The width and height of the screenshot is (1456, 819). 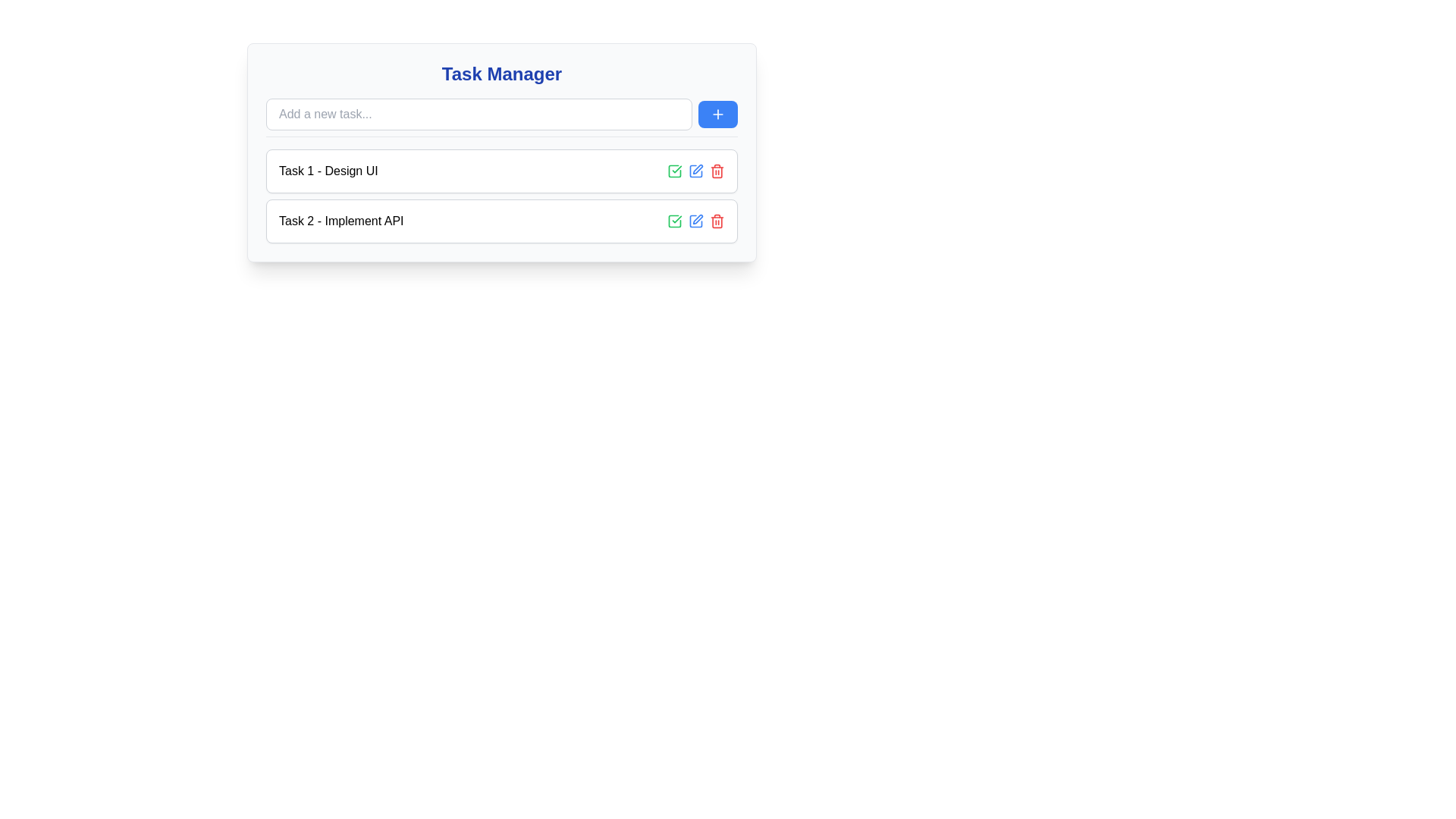 I want to click on the red outlined trash icon button on the right side of the task manager interface, so click(x=716, y=171).